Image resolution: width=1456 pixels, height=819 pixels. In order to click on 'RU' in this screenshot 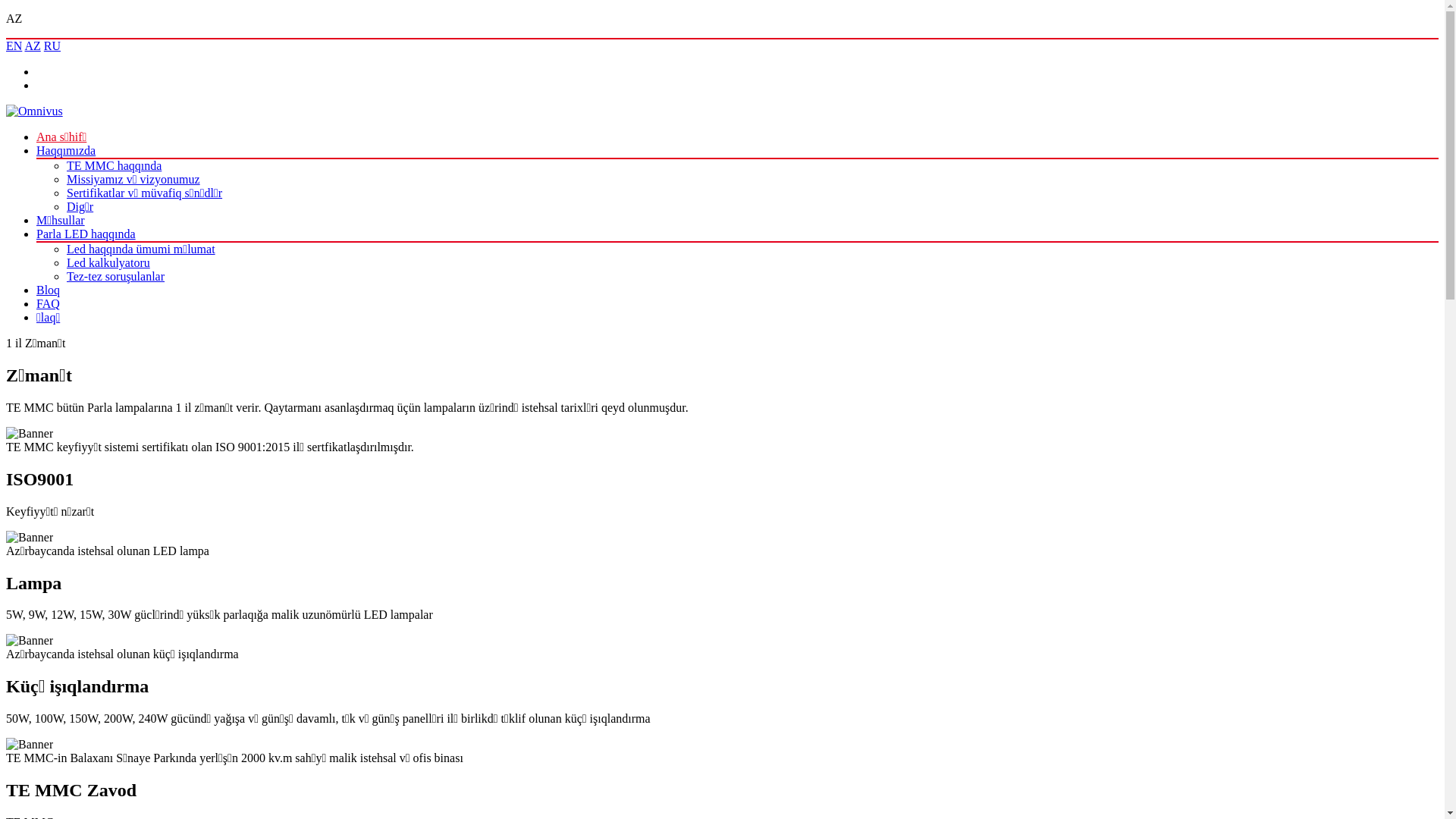, I will do `click(43, 45)`.